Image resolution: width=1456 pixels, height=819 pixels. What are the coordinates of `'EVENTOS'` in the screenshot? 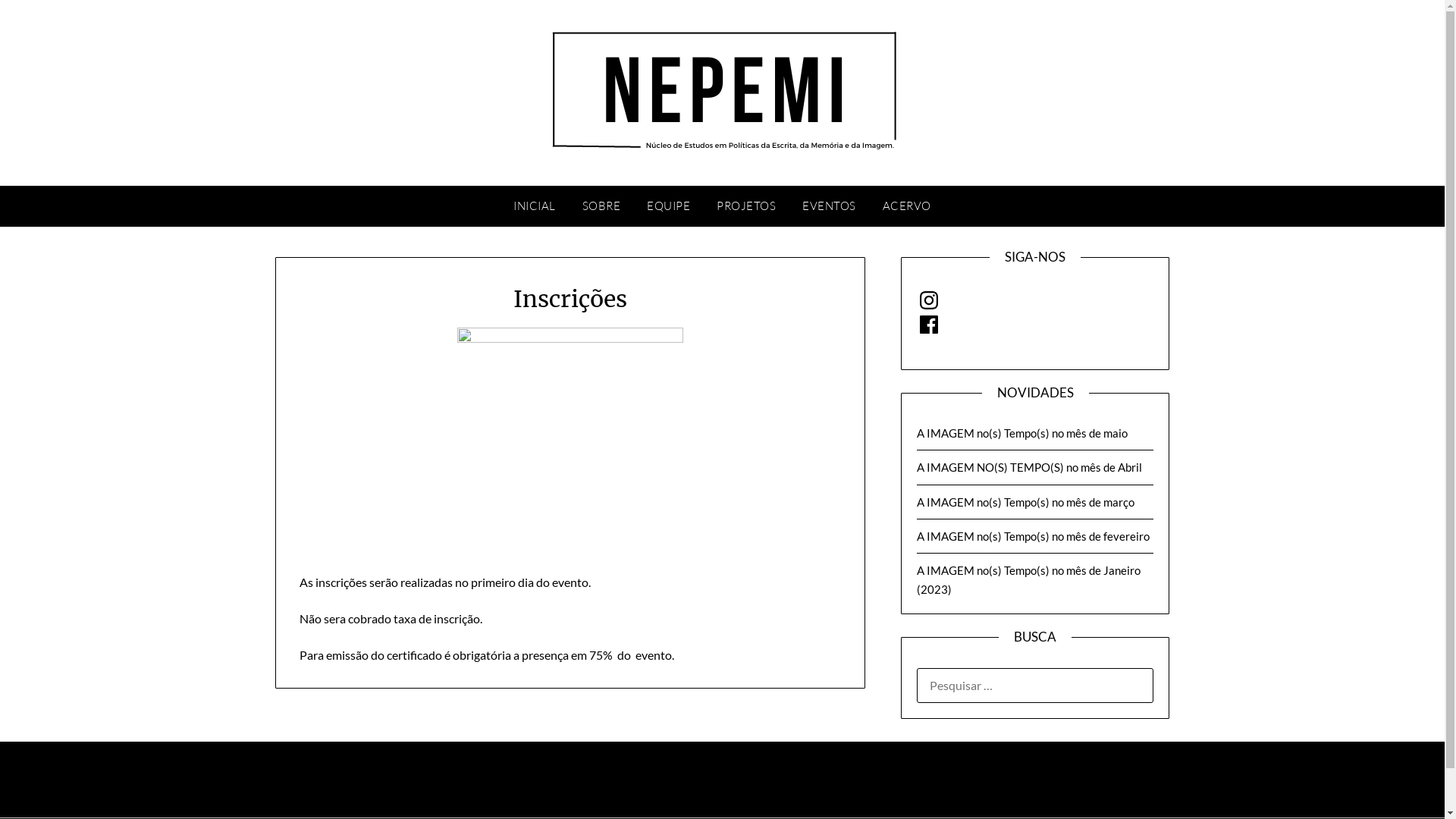 It's located at (828, 206).